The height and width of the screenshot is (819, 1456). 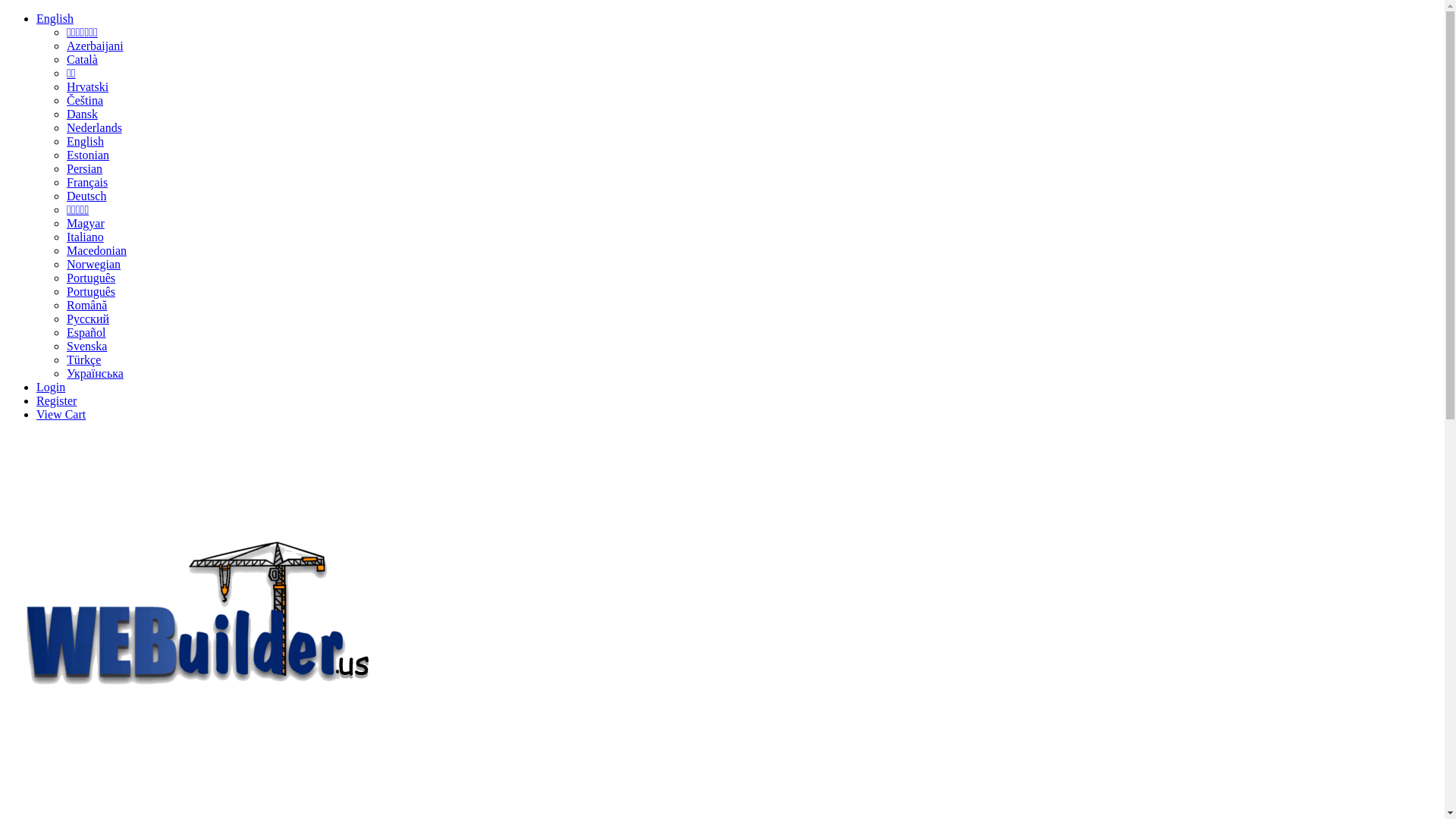 What do you see at coordinates (86, 346) in the screenshot?
I see `'Svenska'` at bounding box center [86, 346].